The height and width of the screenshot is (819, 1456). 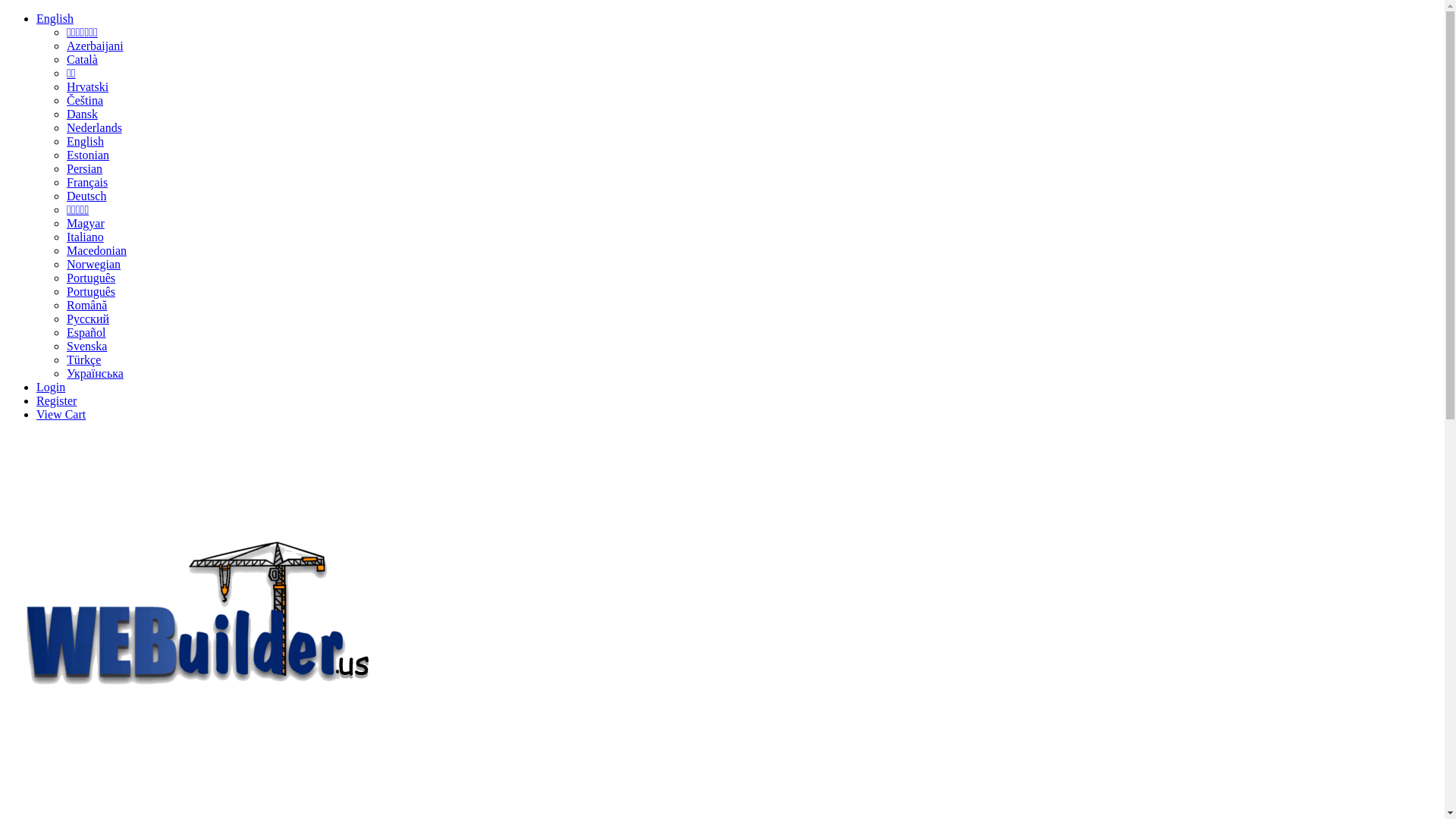 What do you see at coordinates (86, 346) in the screenshot?
I see `'Svenska'` at bounding box center [86, 346].